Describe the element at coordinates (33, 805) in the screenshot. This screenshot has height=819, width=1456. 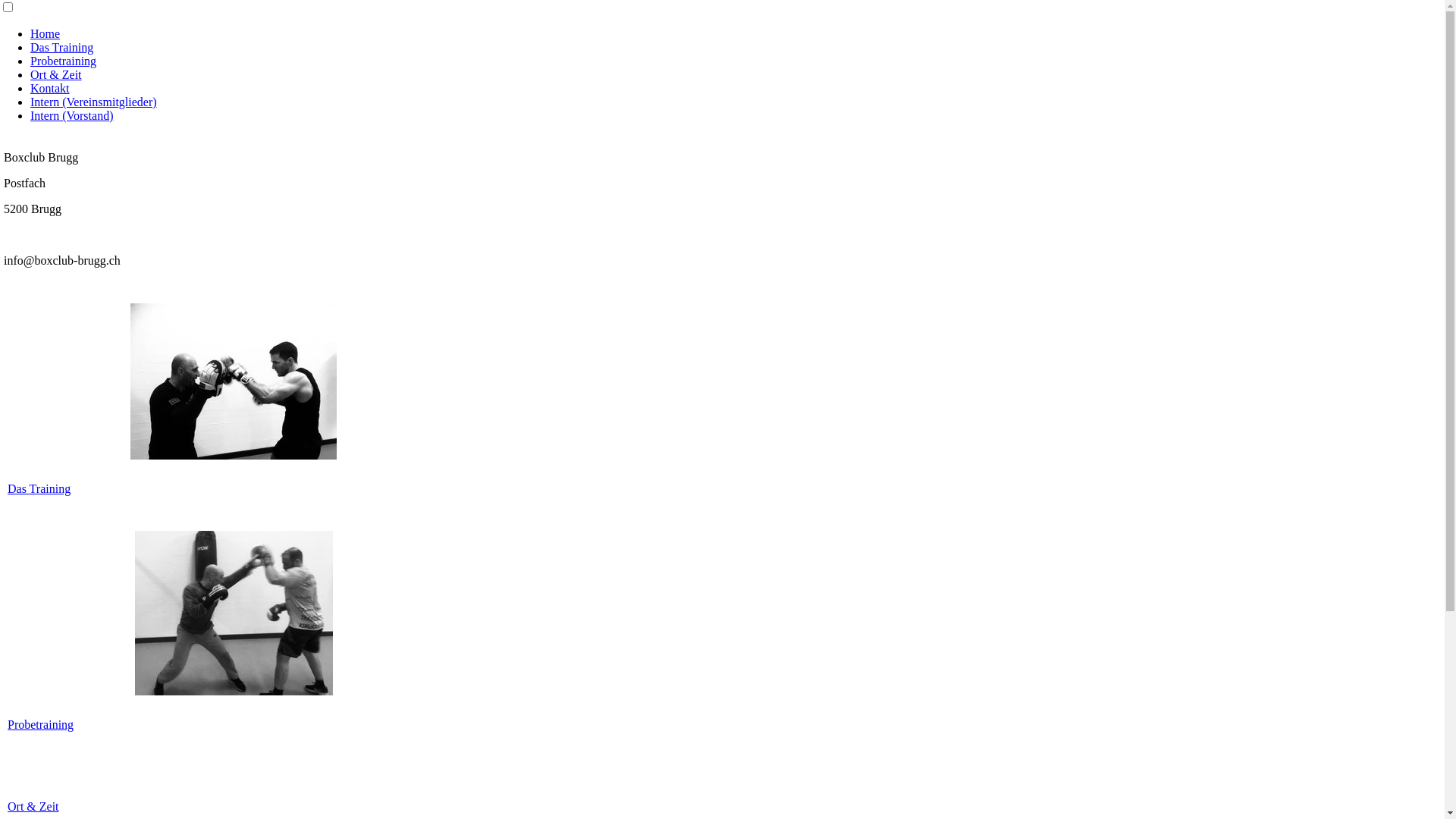
I see `'Ort & Zeit'` at that location.